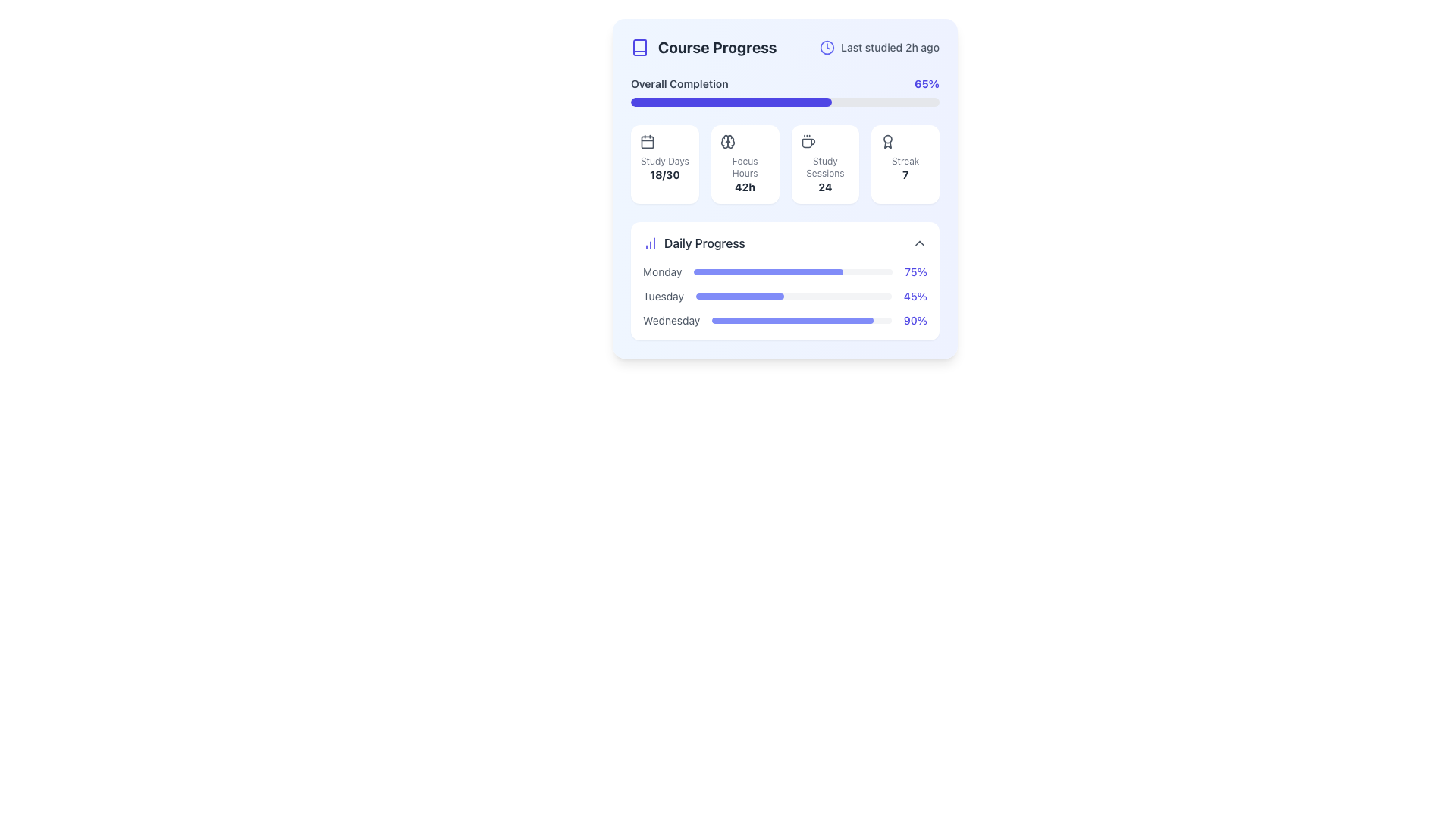 The height and width of the screenshot is (819, 1456). Describe the element at coordinates (919, 242) in the screenshot. I see `the downward-facing chevron icon next to the 'Daily Progress' section header` at that location.